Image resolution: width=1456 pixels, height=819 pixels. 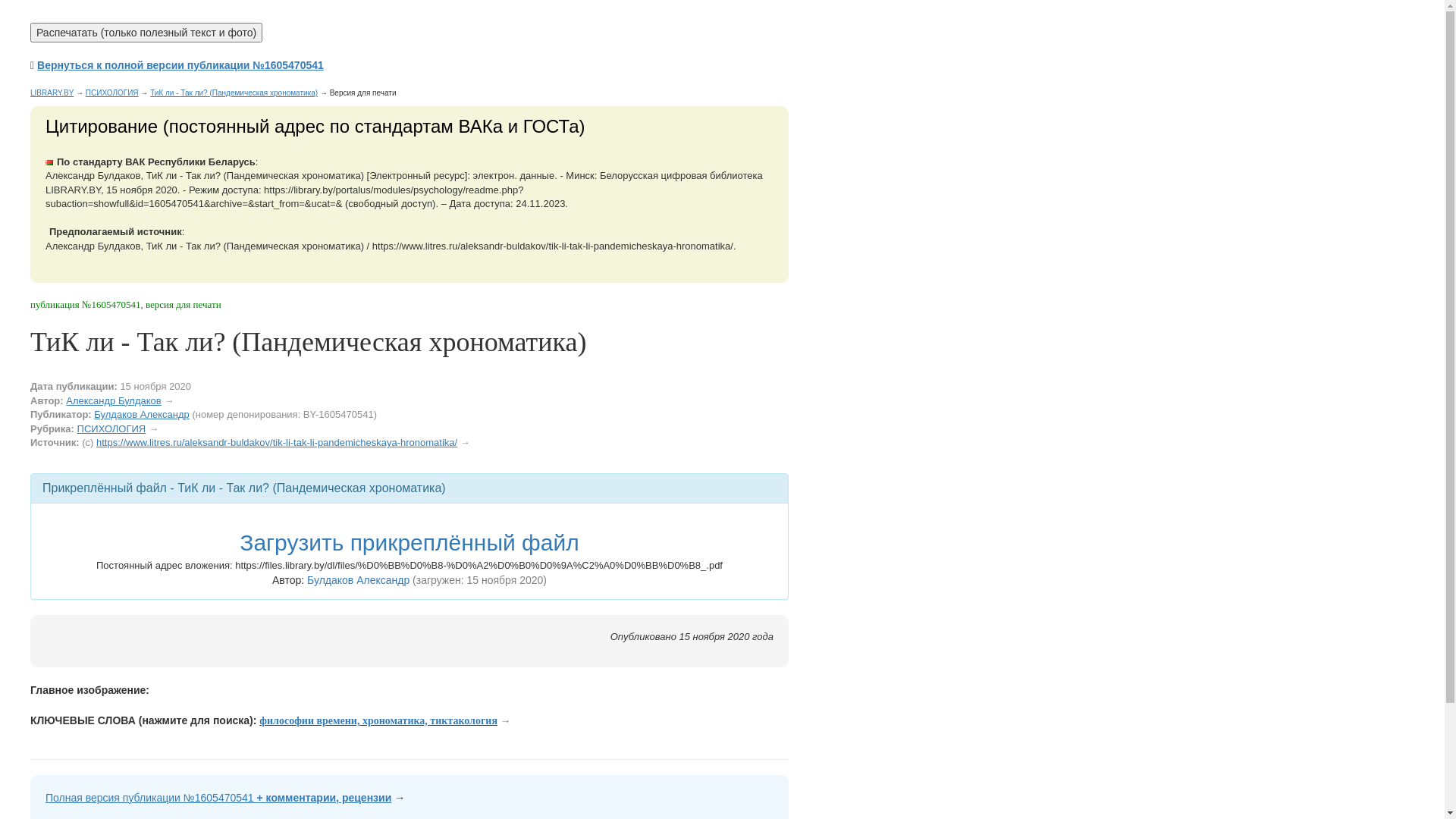 What do you see at coordinates (52, 93) in the screenshot?
I see `'LIBRARY.BY'` at bounding box center [52, 93].